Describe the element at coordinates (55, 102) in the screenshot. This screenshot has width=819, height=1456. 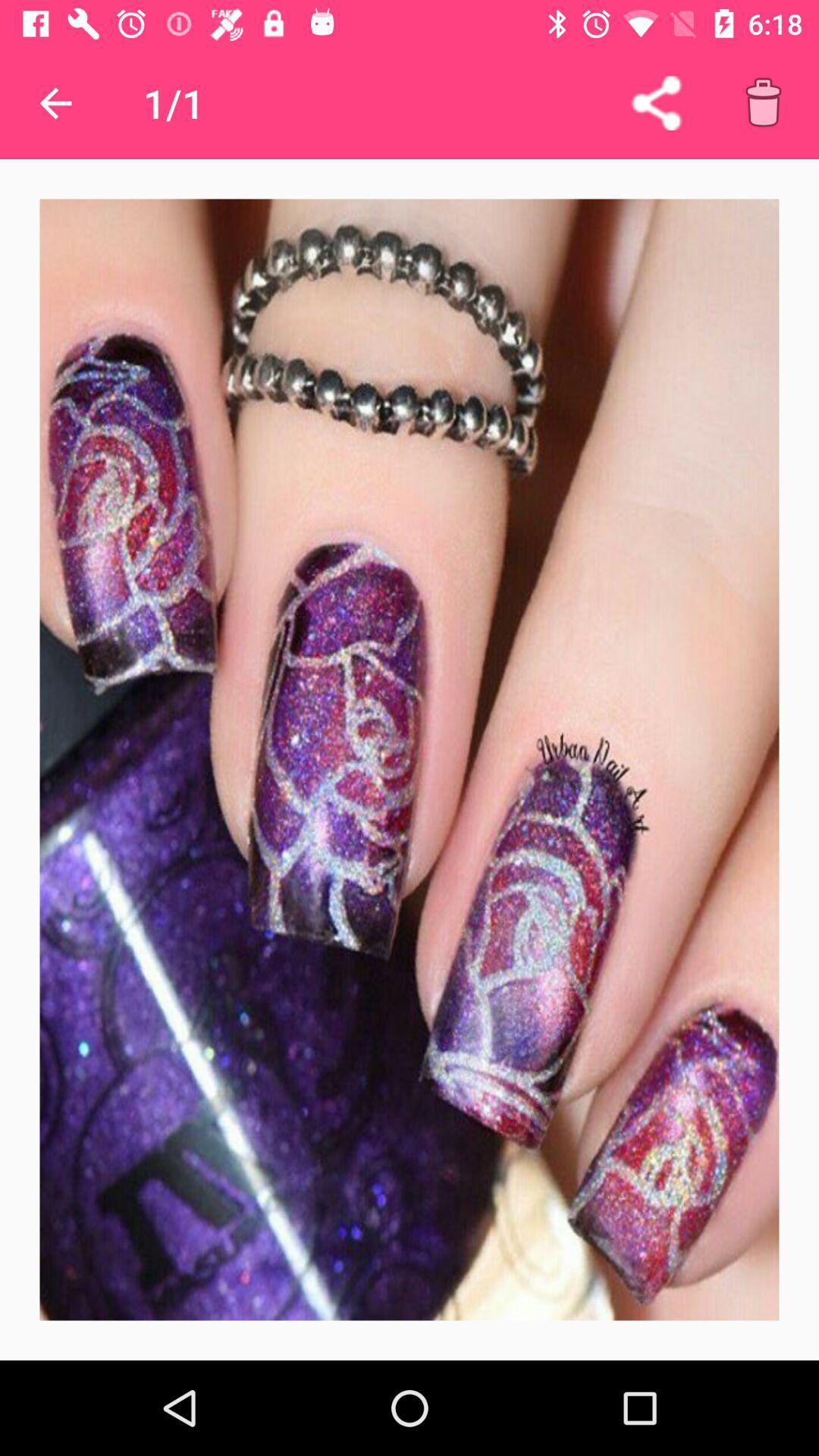
I see `icon next to the 1/1 app` at that location.